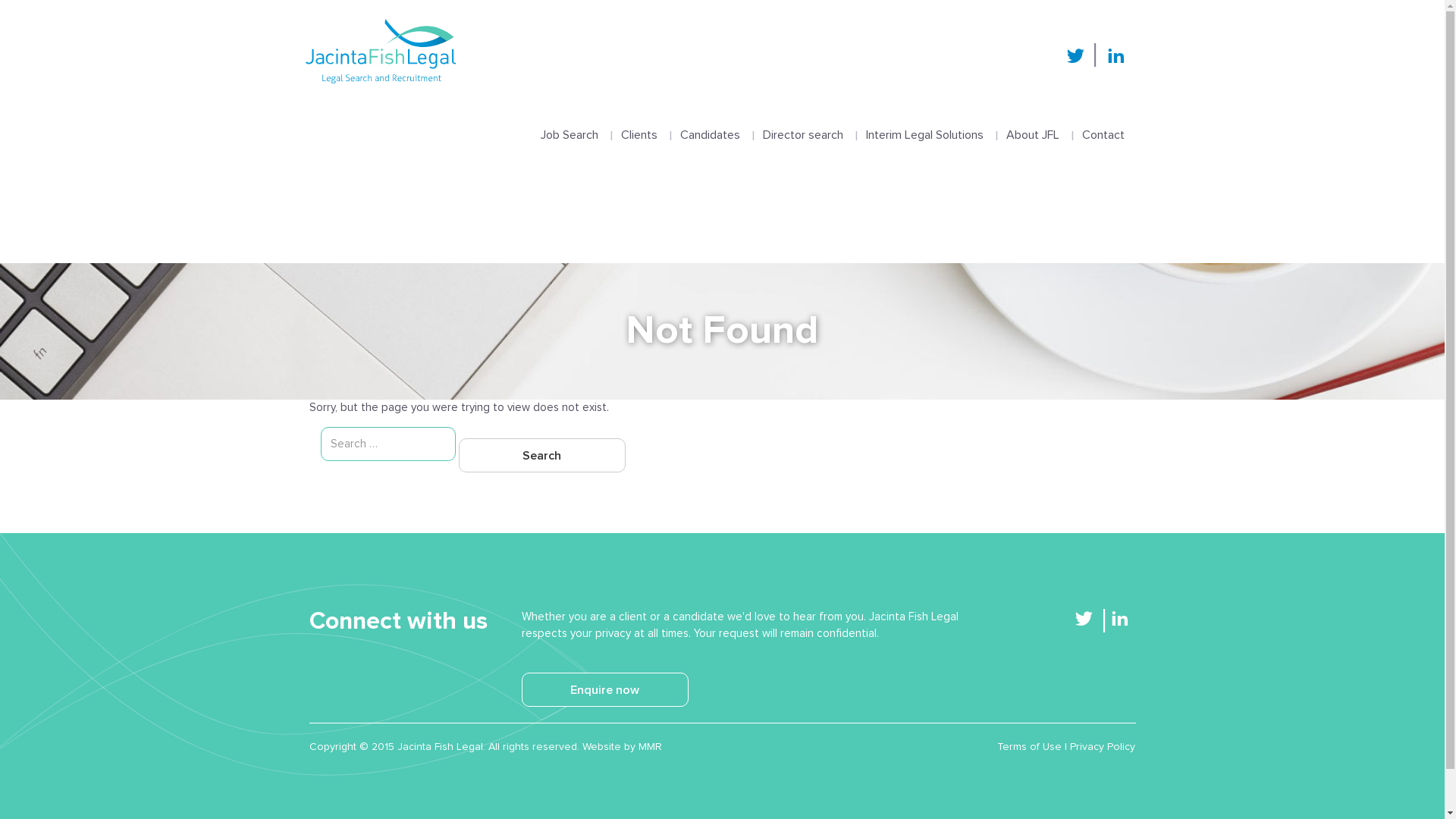 The image size is (1456, 819). I want to click on 'Job Search', so click(568, 119).